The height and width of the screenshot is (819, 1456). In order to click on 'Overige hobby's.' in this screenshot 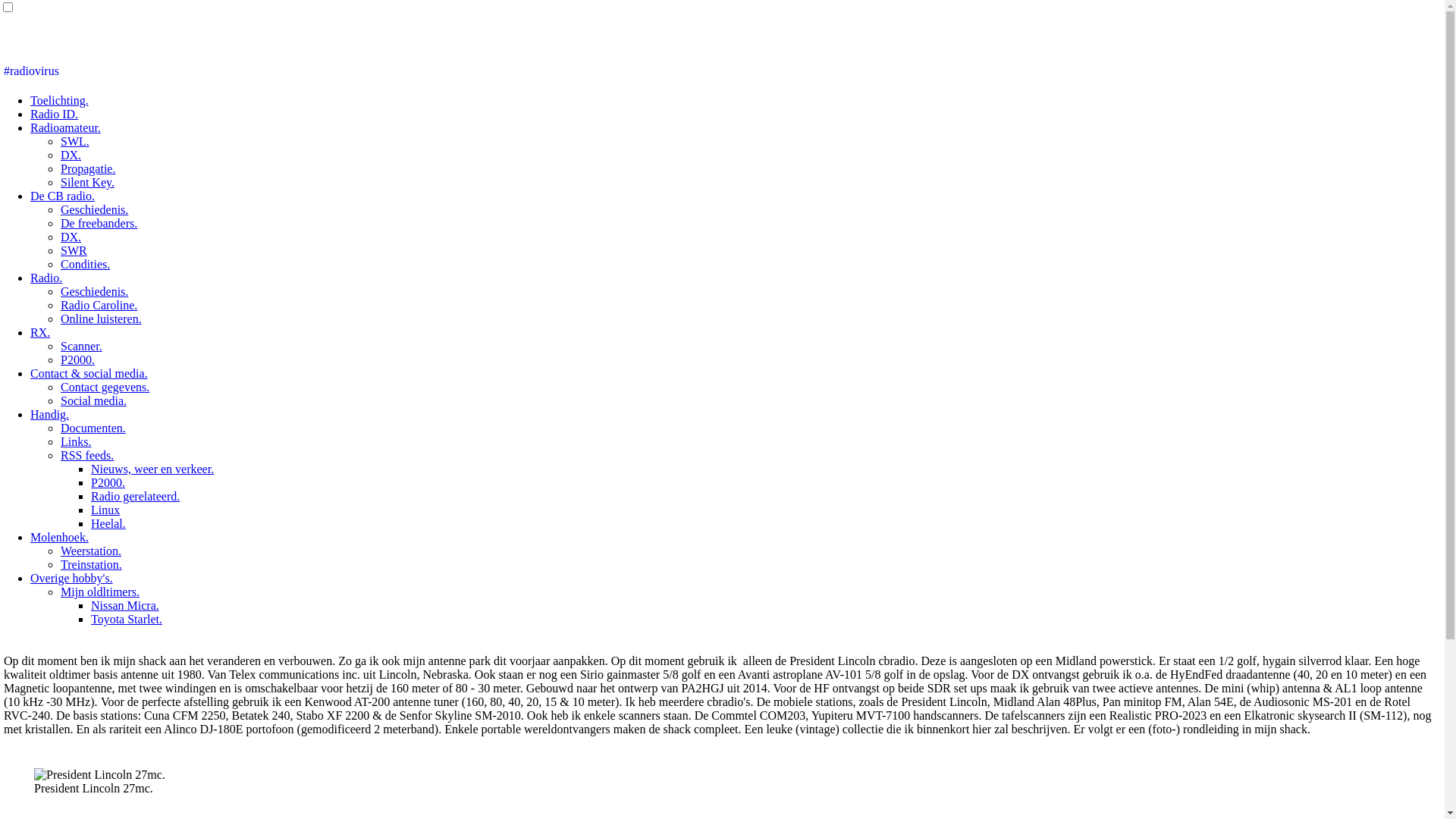, I will do `click(71, 578)`.